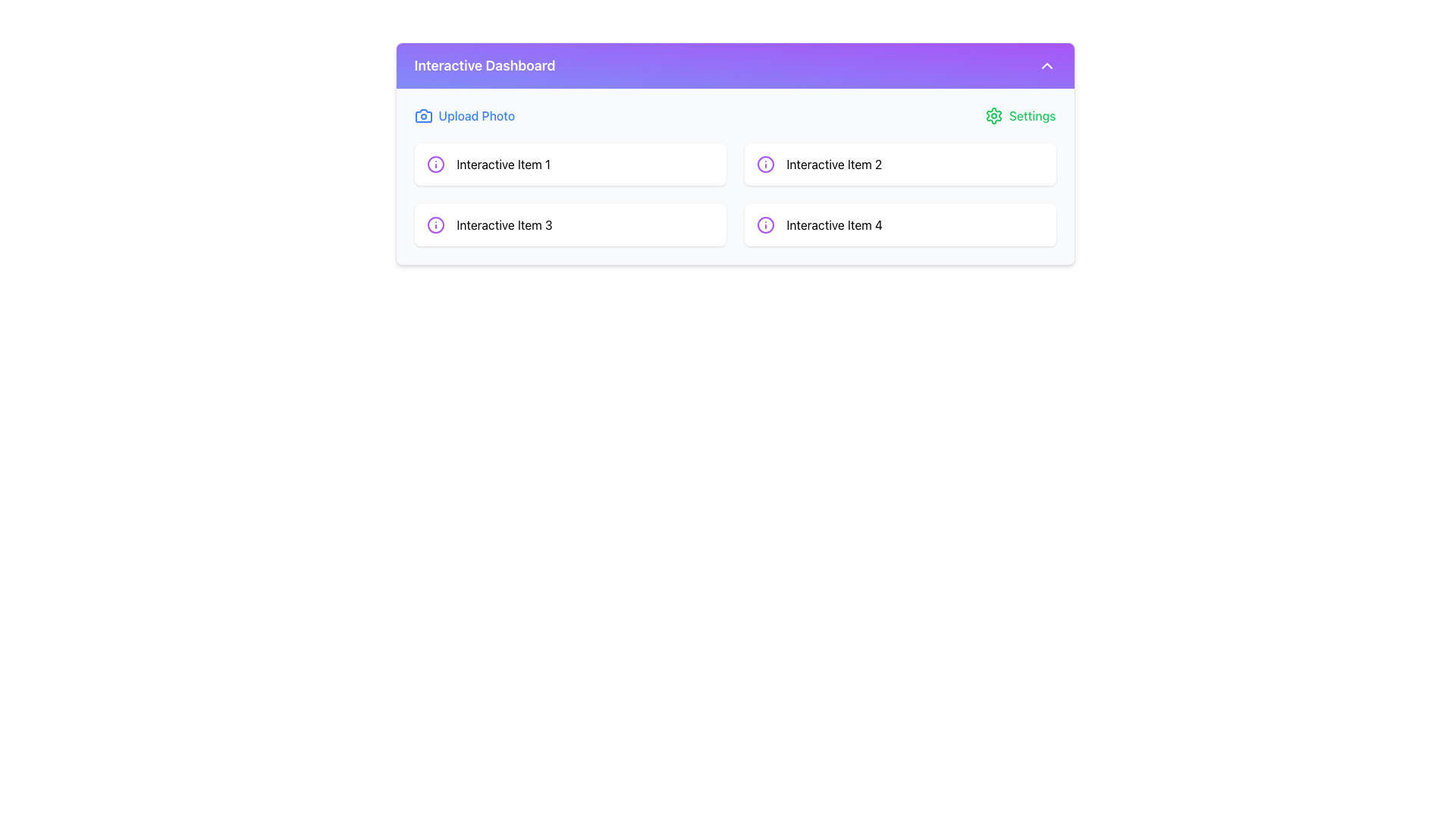 Image resolution: width=1456 pixels, height=819 pixels. Describe the element at coordinates (484, 65) in the screenshot. I see `text 'Interactive Dashboard' located in the white bold header on the left side of the purple gradient header bar at the top of the interface` at that location.